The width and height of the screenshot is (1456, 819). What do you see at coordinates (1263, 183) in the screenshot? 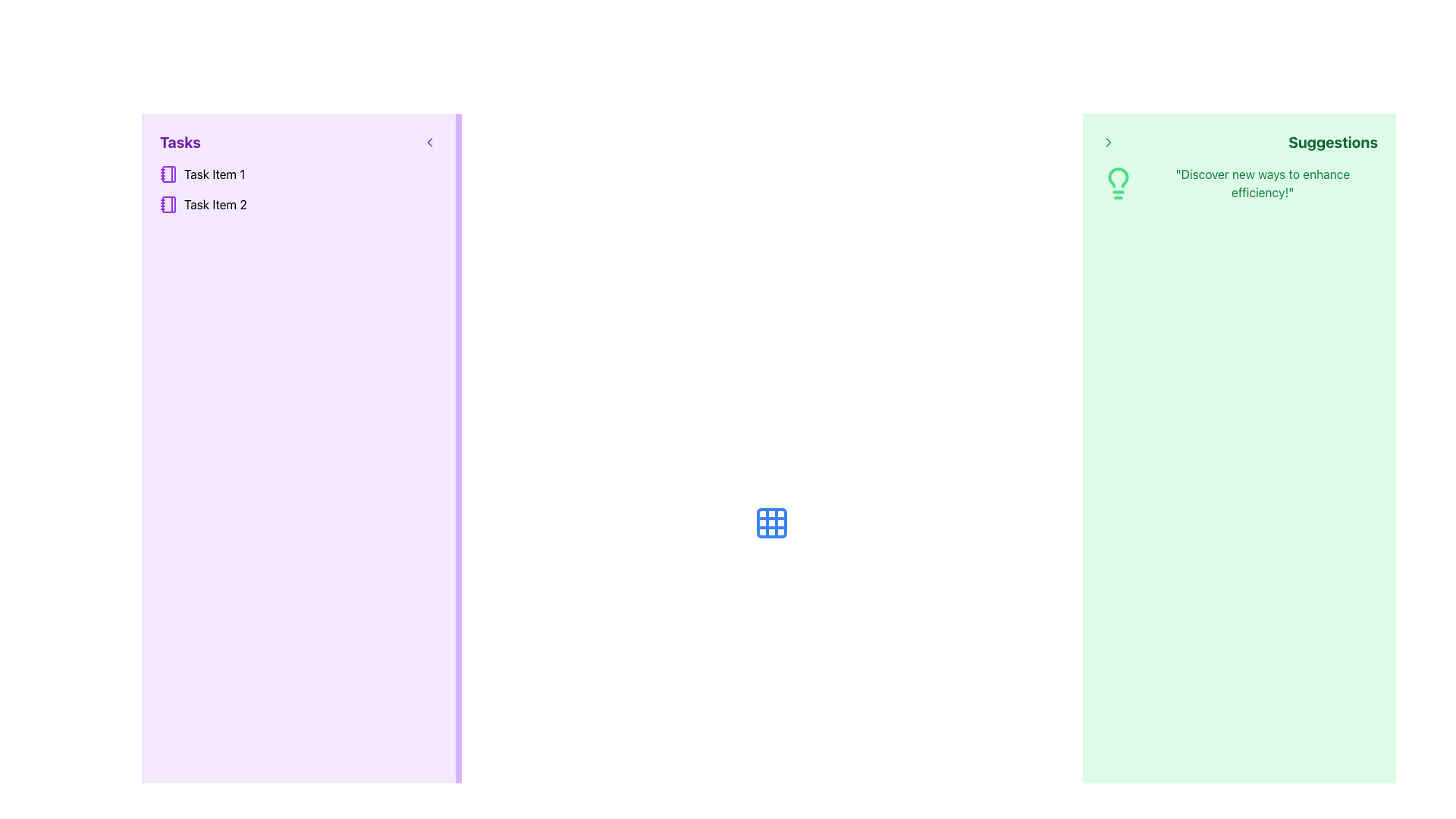
I see `the text element displaying 'Discover new ways to enhance efficiency!' located in the 'Suggestions' section, which is styled in green and bold, positioned below the section label` at bounding box center [1263, 183].